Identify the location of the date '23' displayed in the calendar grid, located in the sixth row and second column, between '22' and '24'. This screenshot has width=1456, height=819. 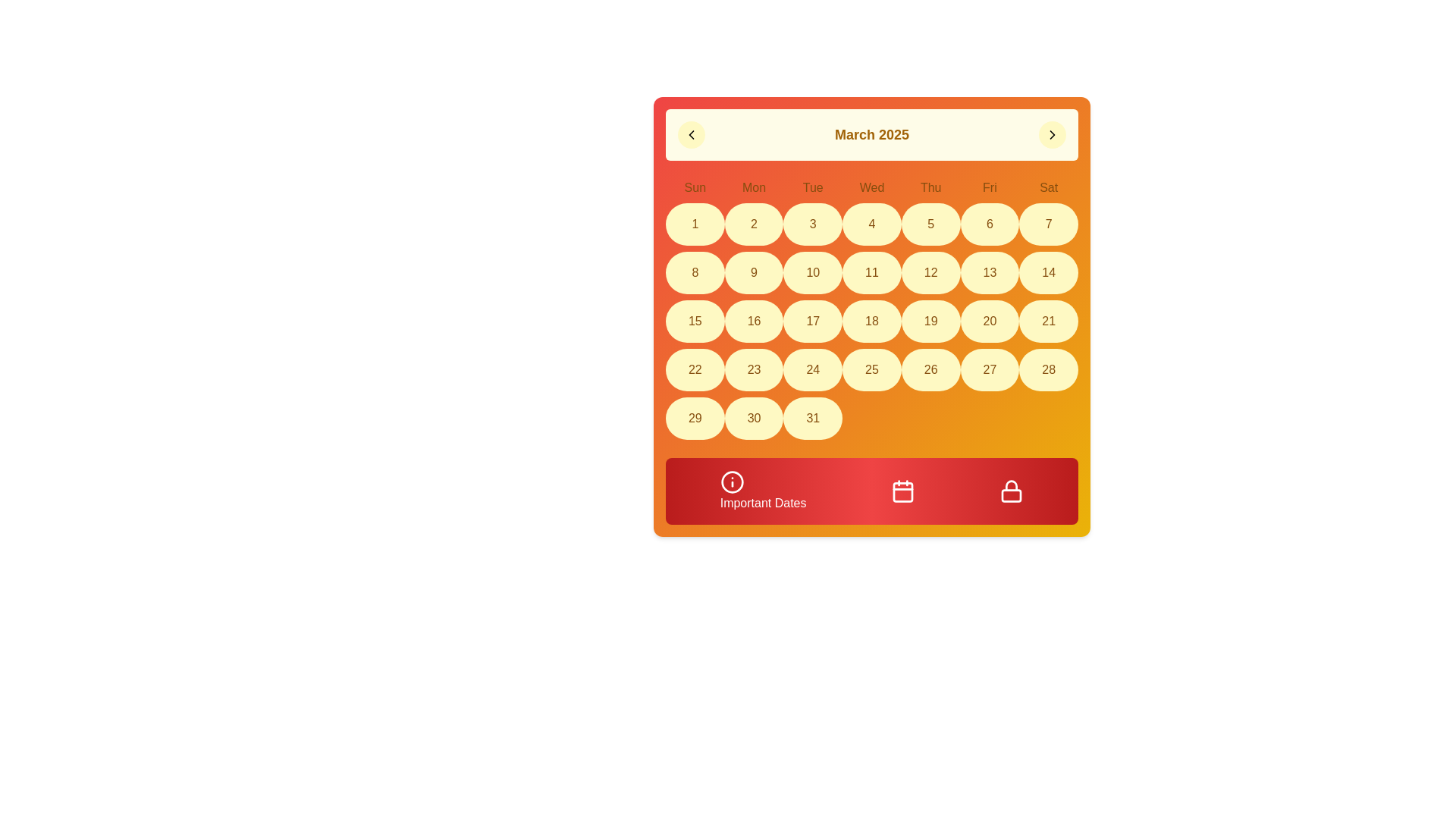
(754, 370).